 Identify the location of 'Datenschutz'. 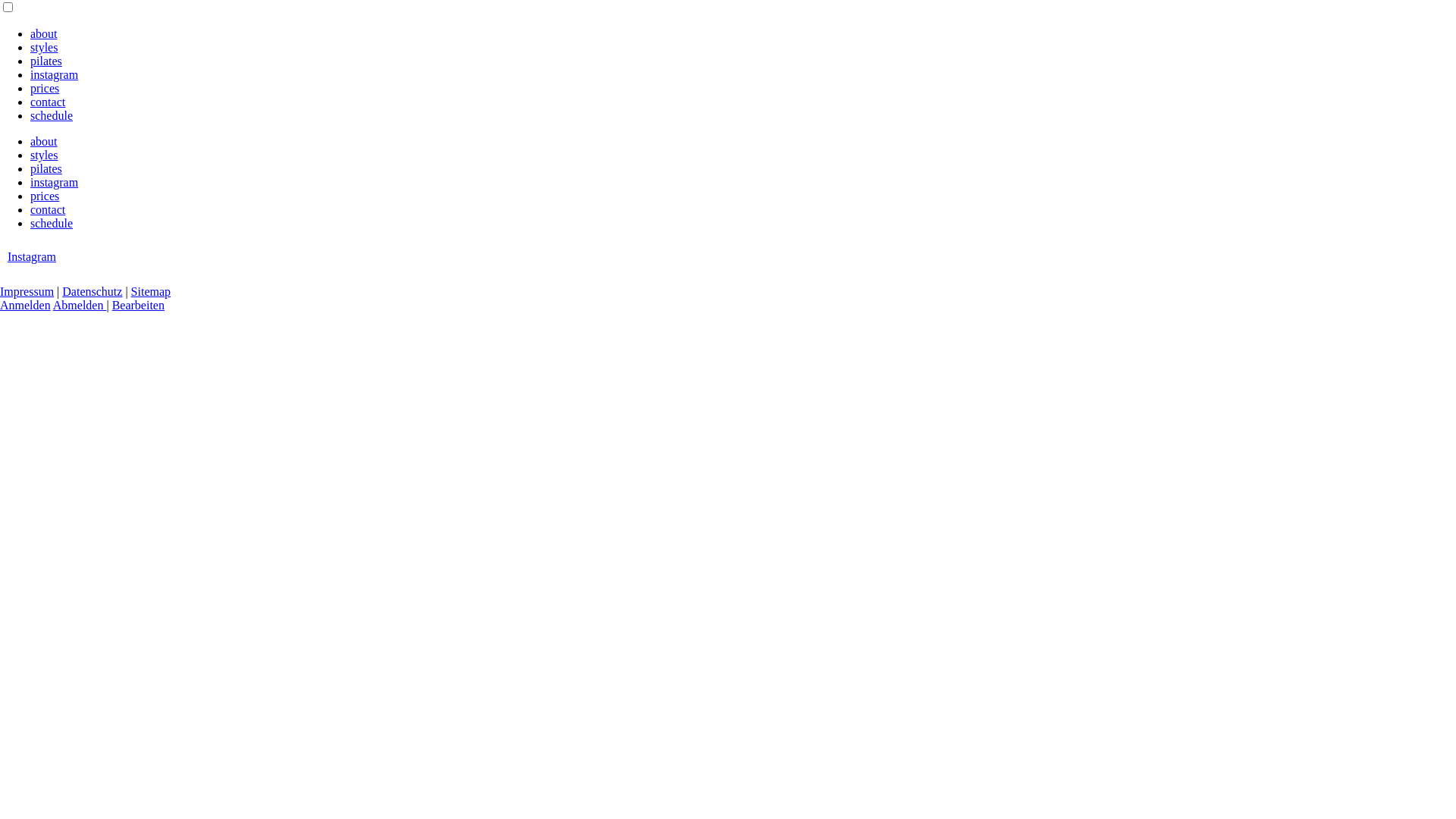
(91, 291).